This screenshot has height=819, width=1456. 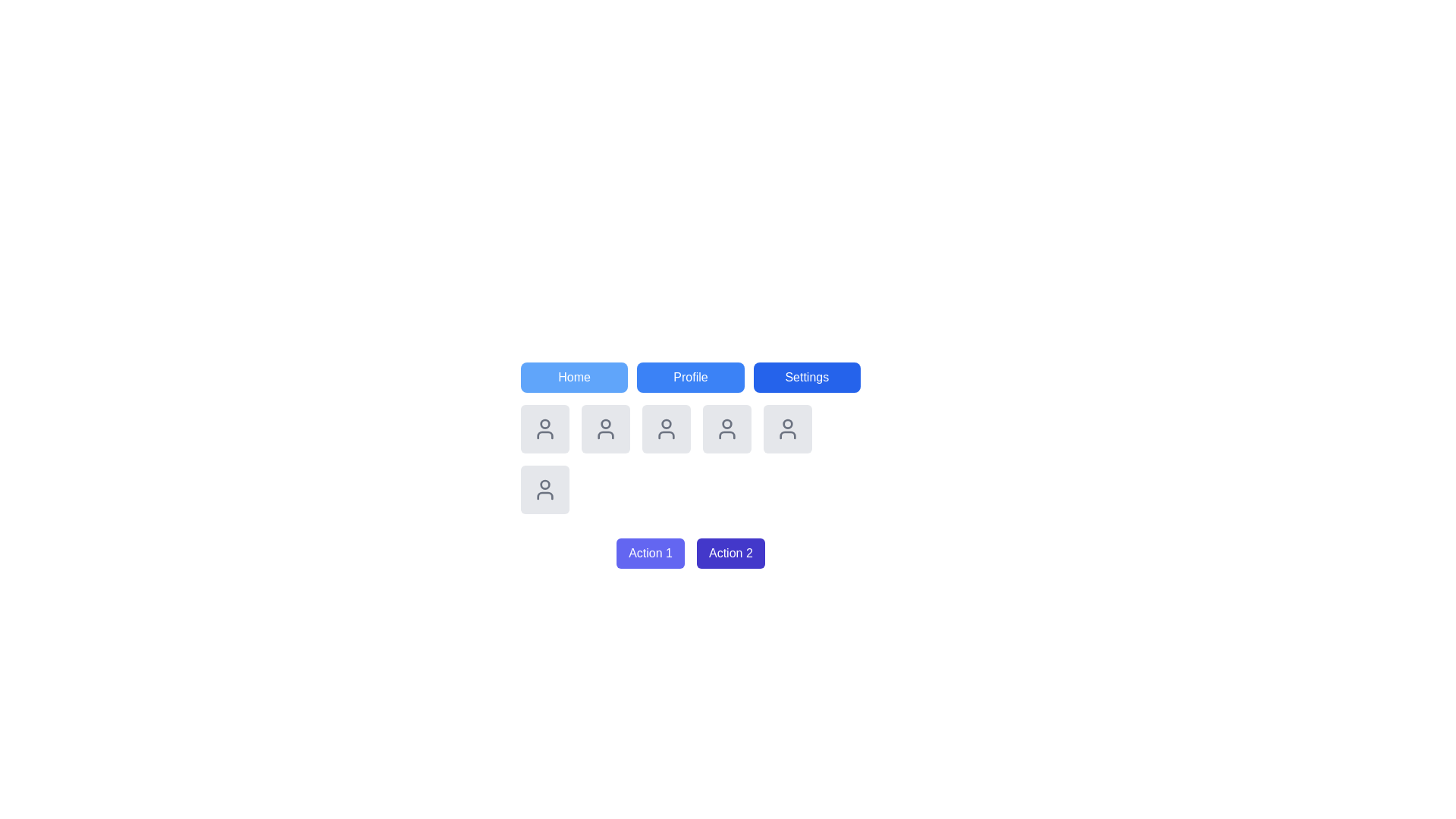 What do you see at coordinates (666, 424) in the screenshot?
I see `the topmost circle of the second icon in the second row of user symbols located underneath the 'Profile' button, which represents the head portion of the user profile icon` at bounding box center [666, 424].